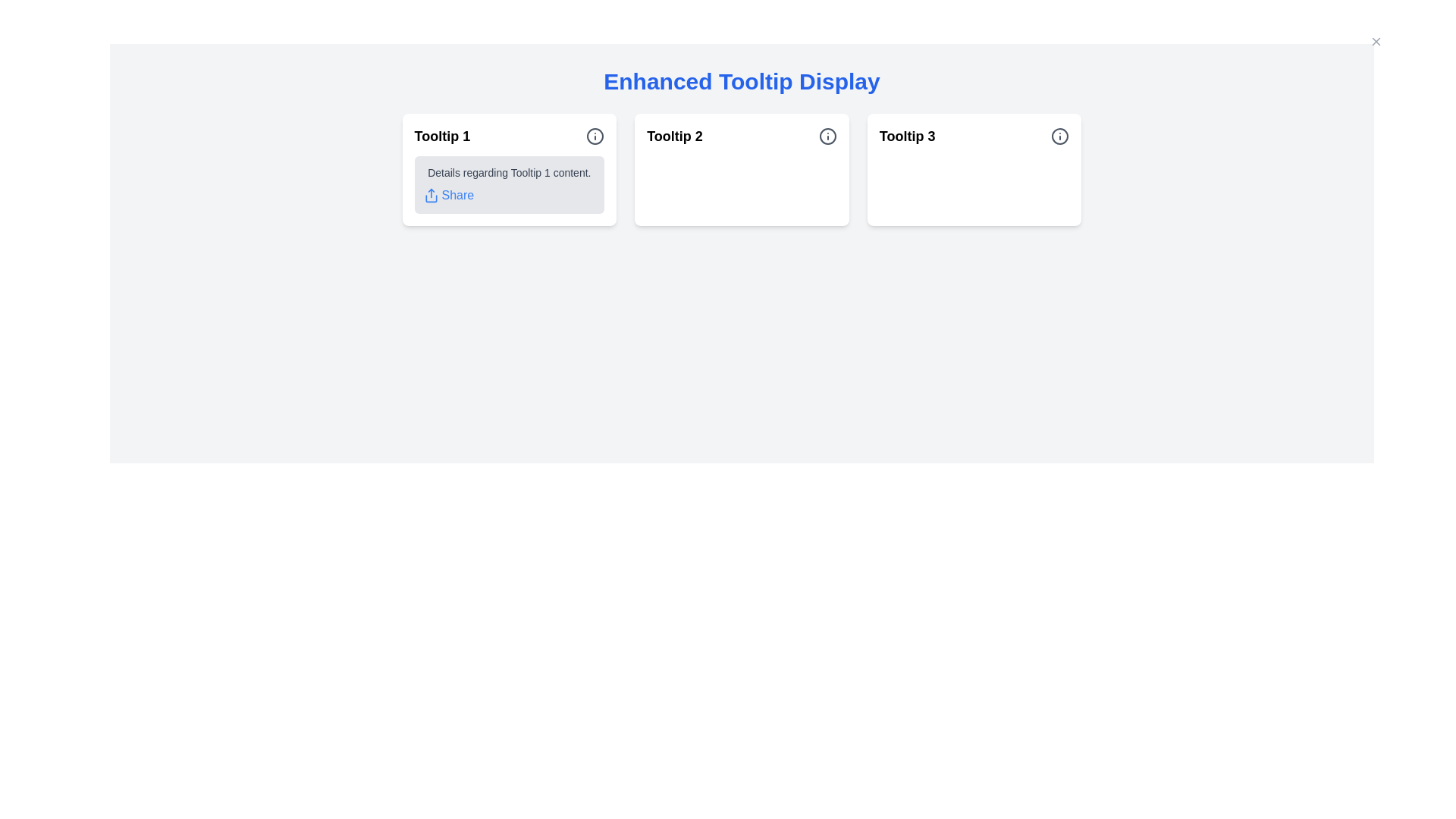 The height and width of the screenshot is (819, 1456). I want to click on the Text label providing descriptive information related to 'Tooltip 1', which is positioned above the 'Share' link and icon, so click(509, 171).